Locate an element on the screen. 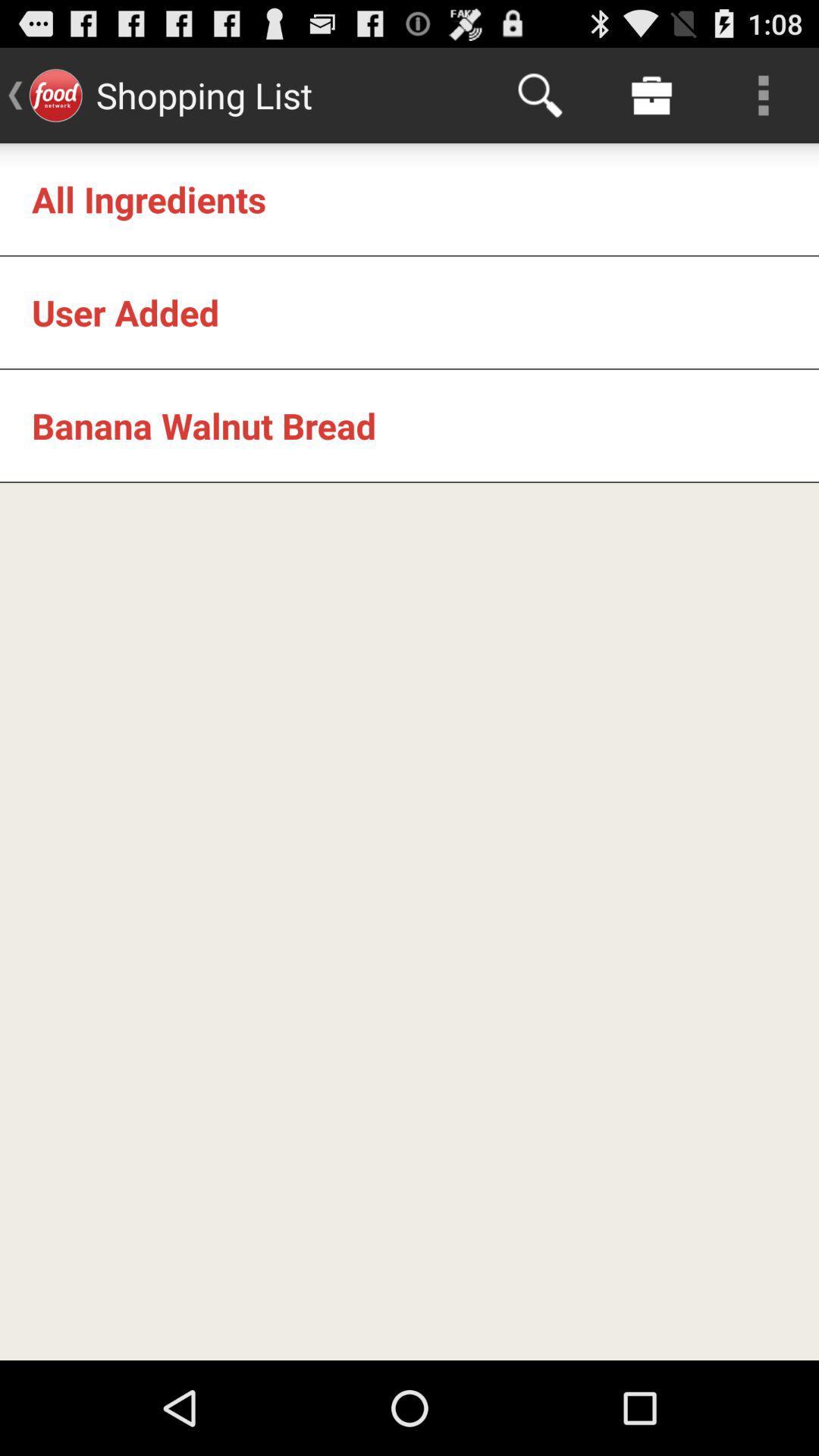 Image resolution: width=819 pixels, height=1456 pixels. the icon above banana walnut bread icon is located at coordinates (124, 312).